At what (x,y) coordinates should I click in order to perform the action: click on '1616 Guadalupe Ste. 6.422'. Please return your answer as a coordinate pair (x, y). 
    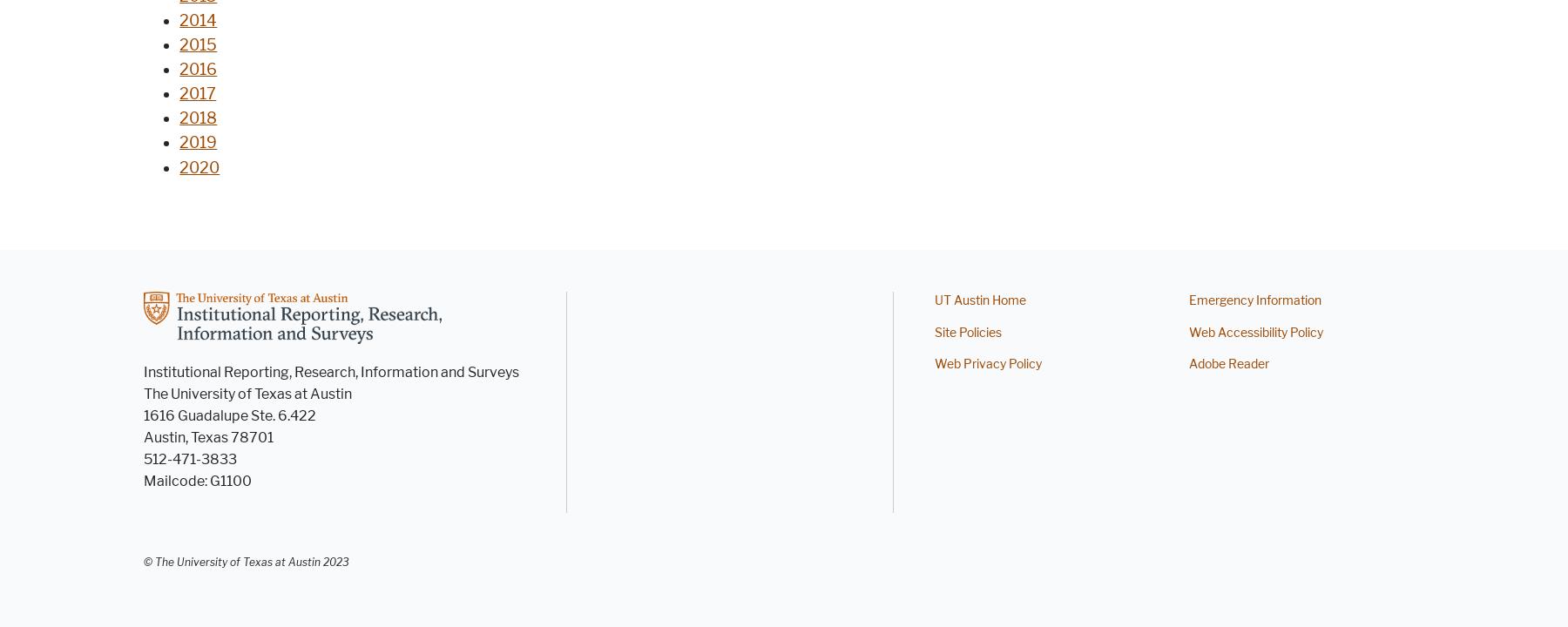
    Looking at the image, I should click on (144, 415).